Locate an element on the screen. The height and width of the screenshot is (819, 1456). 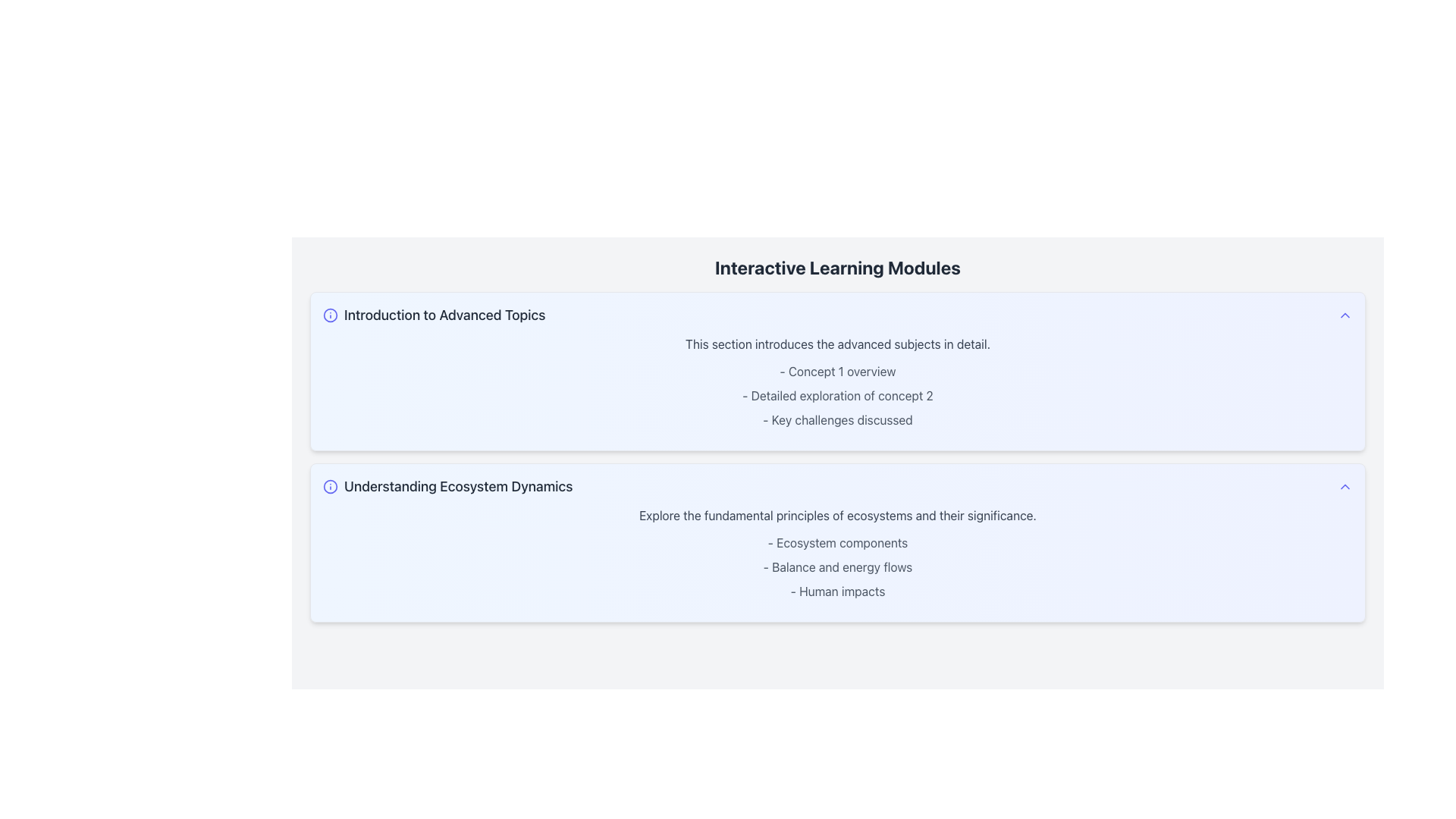
circular graphical component within the SVG that is styled with an indigo stroke and is located before the label 'Understanding Ecosystem Dynamics' is located at coordinates (330, 486).